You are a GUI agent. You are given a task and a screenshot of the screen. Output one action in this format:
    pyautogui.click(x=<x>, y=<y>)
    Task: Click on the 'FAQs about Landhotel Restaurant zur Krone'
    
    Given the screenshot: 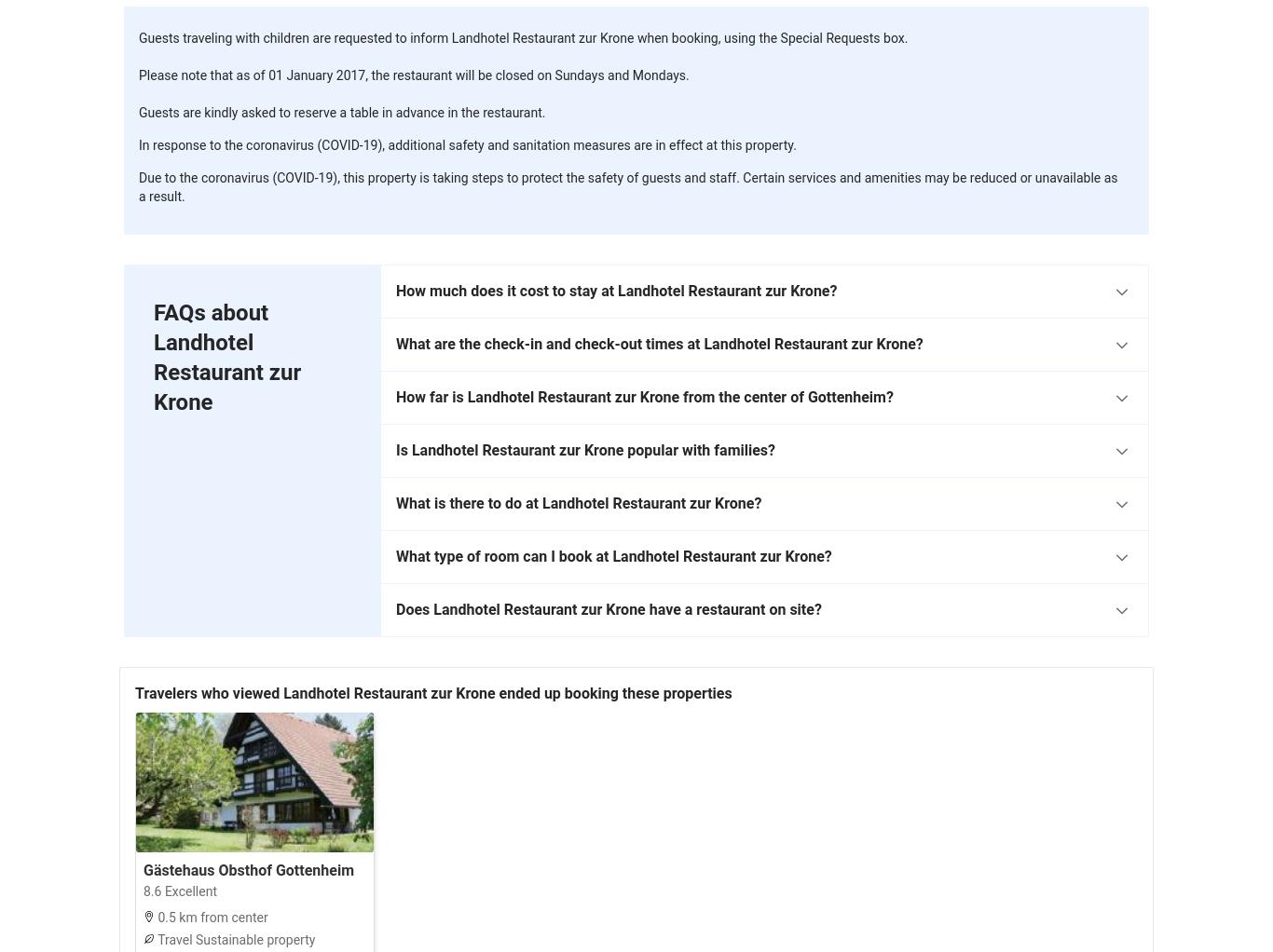 What is the action you would take?
    pyautogui.click(x=226, y=356)
    